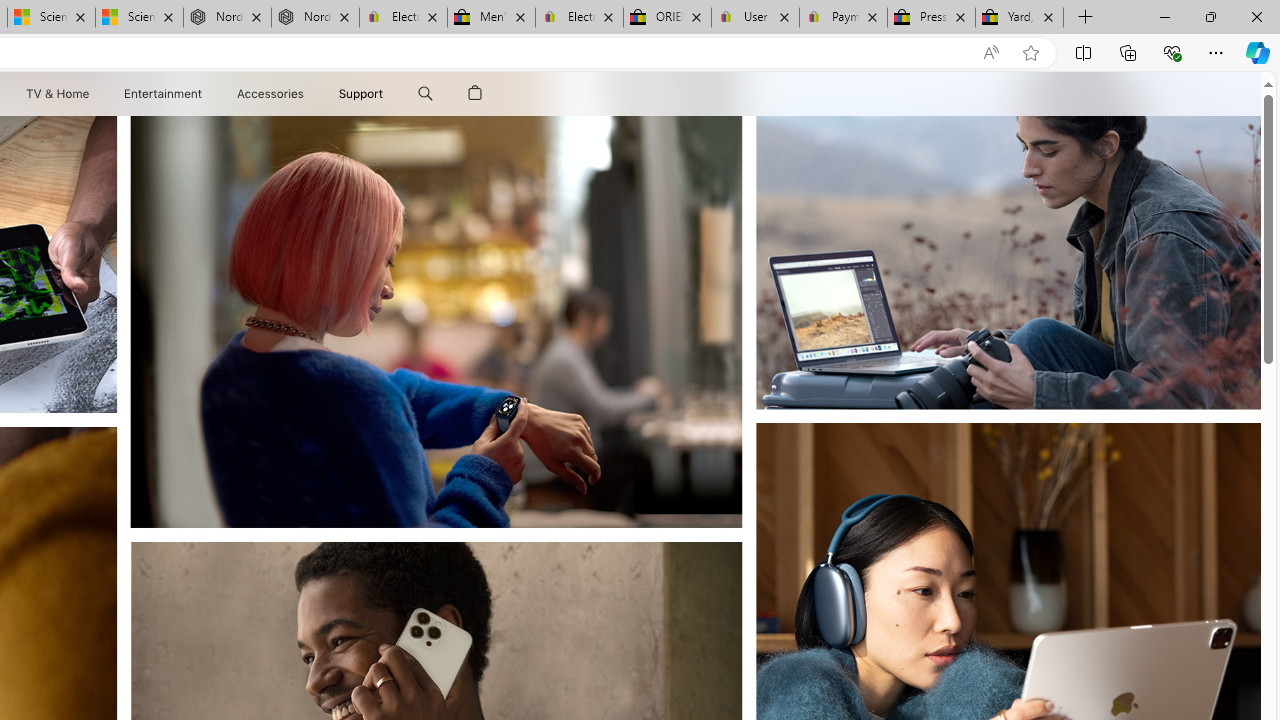 The image size is (1280, 720). What do you see at coordinates (56, 93) in the screenshot?
I see `'TV & Home'` at bounding box center [56, 93].